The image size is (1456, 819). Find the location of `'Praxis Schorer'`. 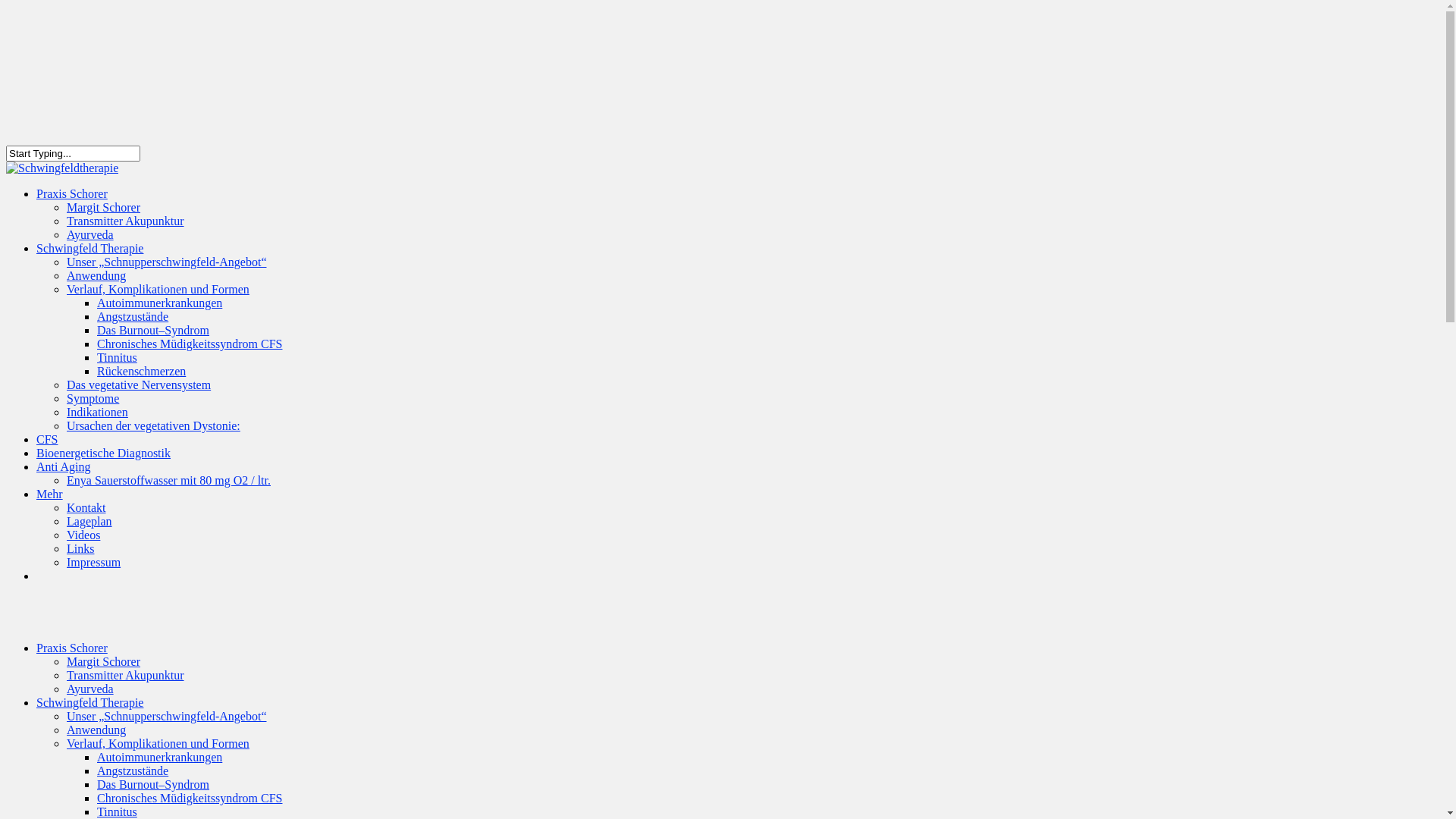

'Praxis Schorer' is located at coordinates (71, 203).